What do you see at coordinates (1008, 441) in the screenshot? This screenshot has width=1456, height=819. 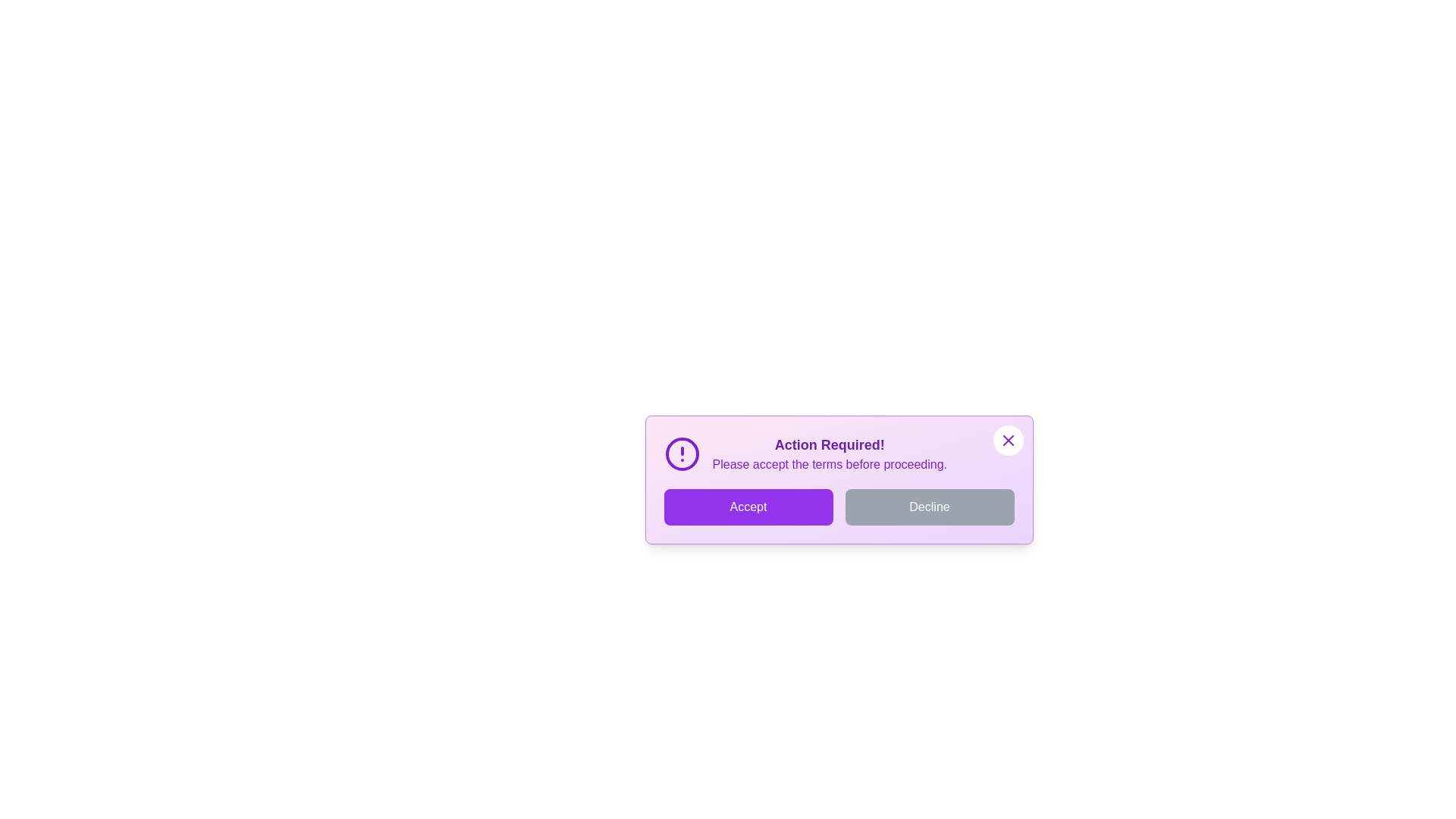 I see `the close button to observe the hover effects` at bounding box center [1008, 441].